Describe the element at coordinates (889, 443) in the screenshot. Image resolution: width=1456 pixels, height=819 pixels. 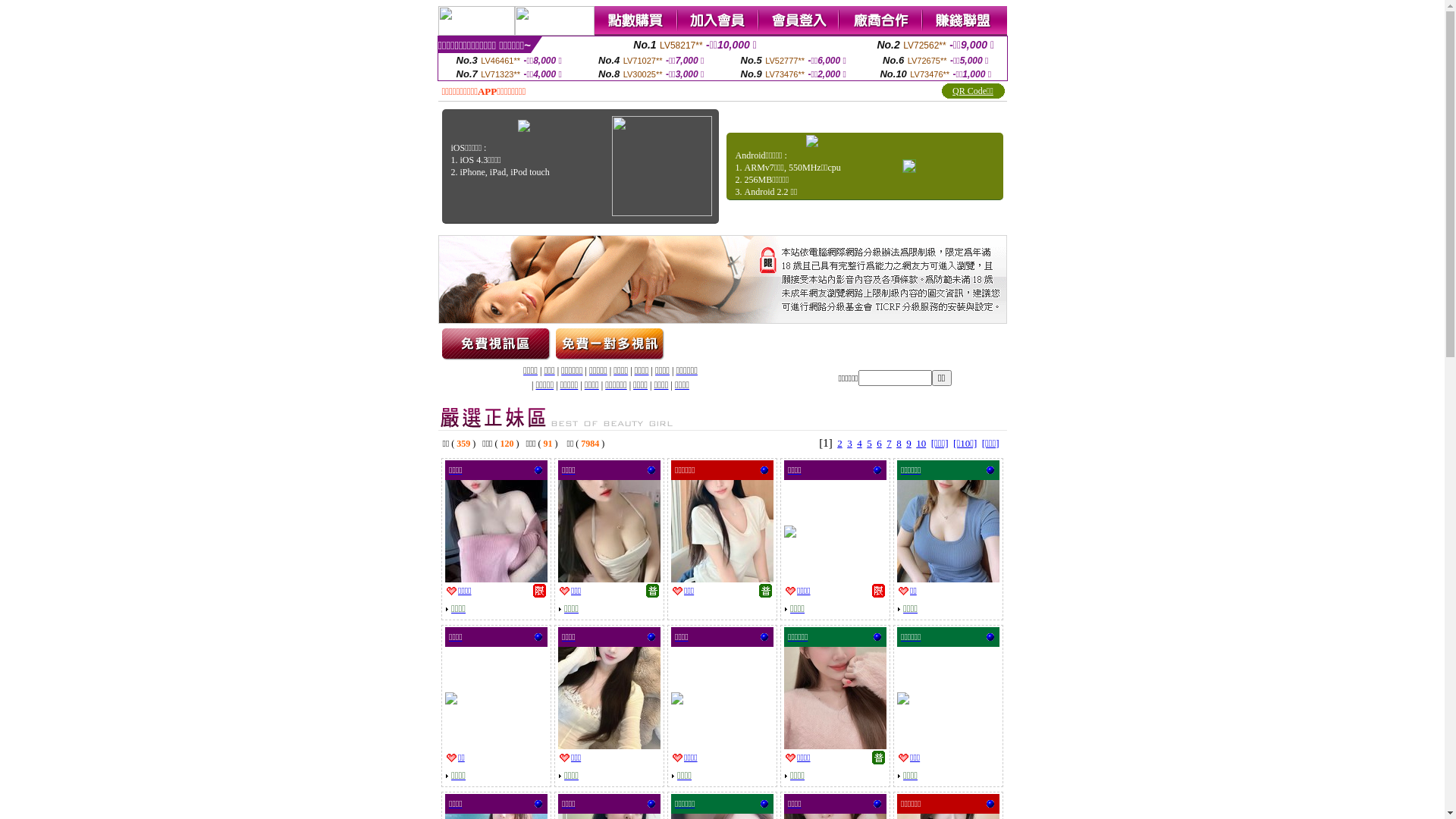
I see `'7'` at that location.